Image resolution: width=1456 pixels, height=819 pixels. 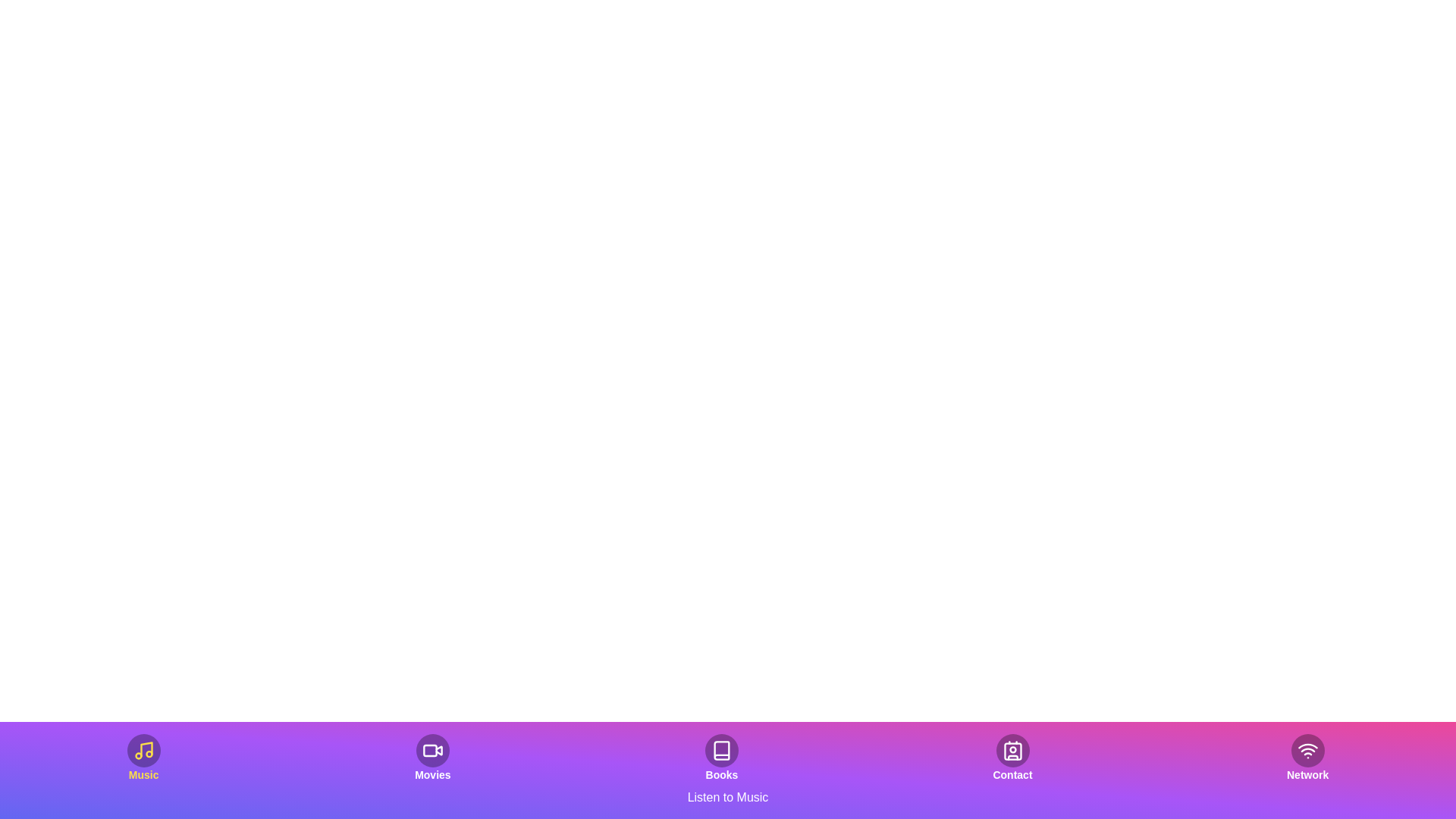 What do you see at coordinates (143, 758) in the screenshot?
I see `the button labeled 'Music' to observe the visual effect` at bounding box center [143, 758].